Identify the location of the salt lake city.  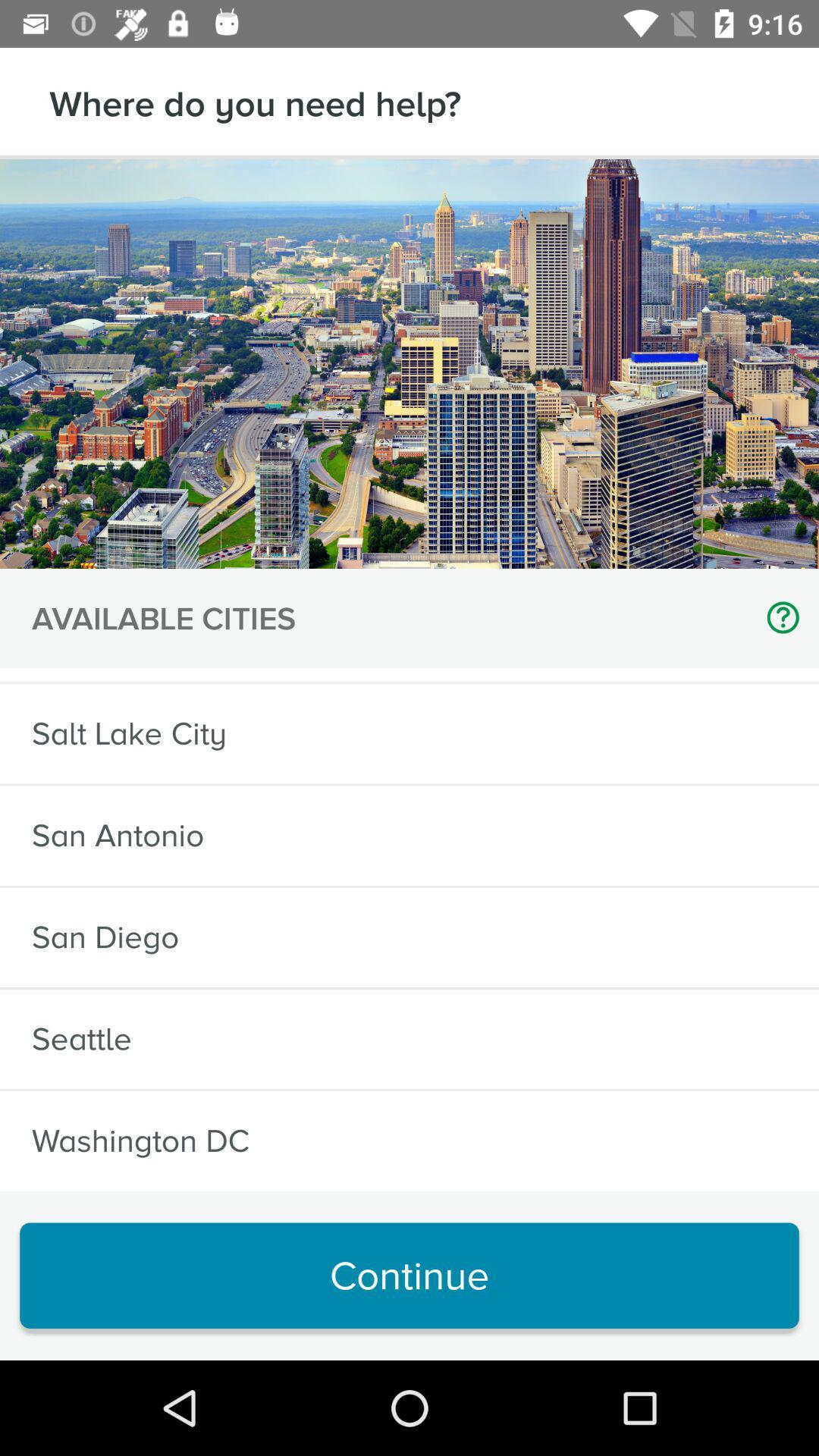
(128, 733).